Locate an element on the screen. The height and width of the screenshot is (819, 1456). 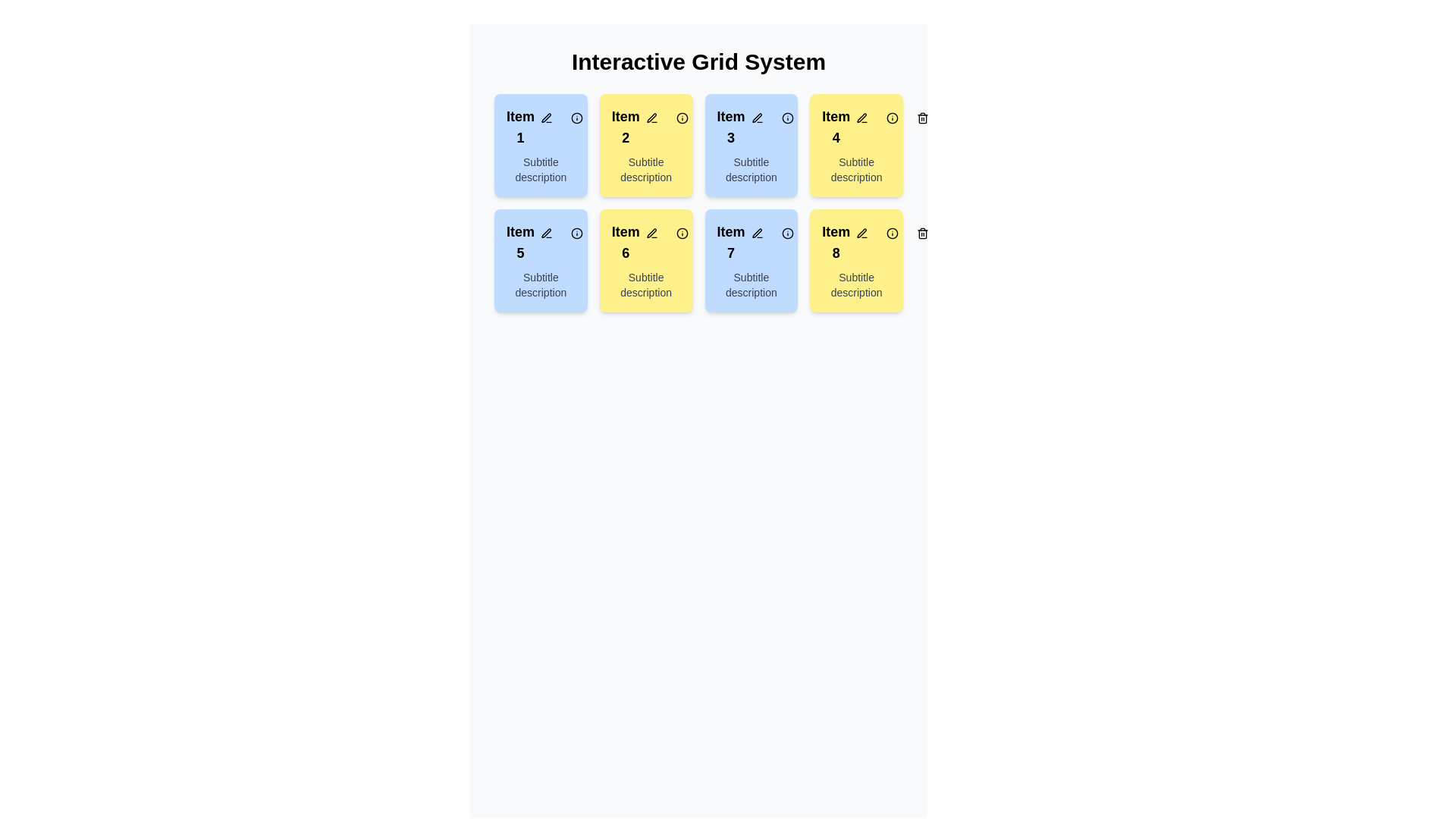
the trash bin icon located within the circular button at the top-right of the interface, adjacent to the card labeled 'Item 4' is located at coordinates (922, 117).